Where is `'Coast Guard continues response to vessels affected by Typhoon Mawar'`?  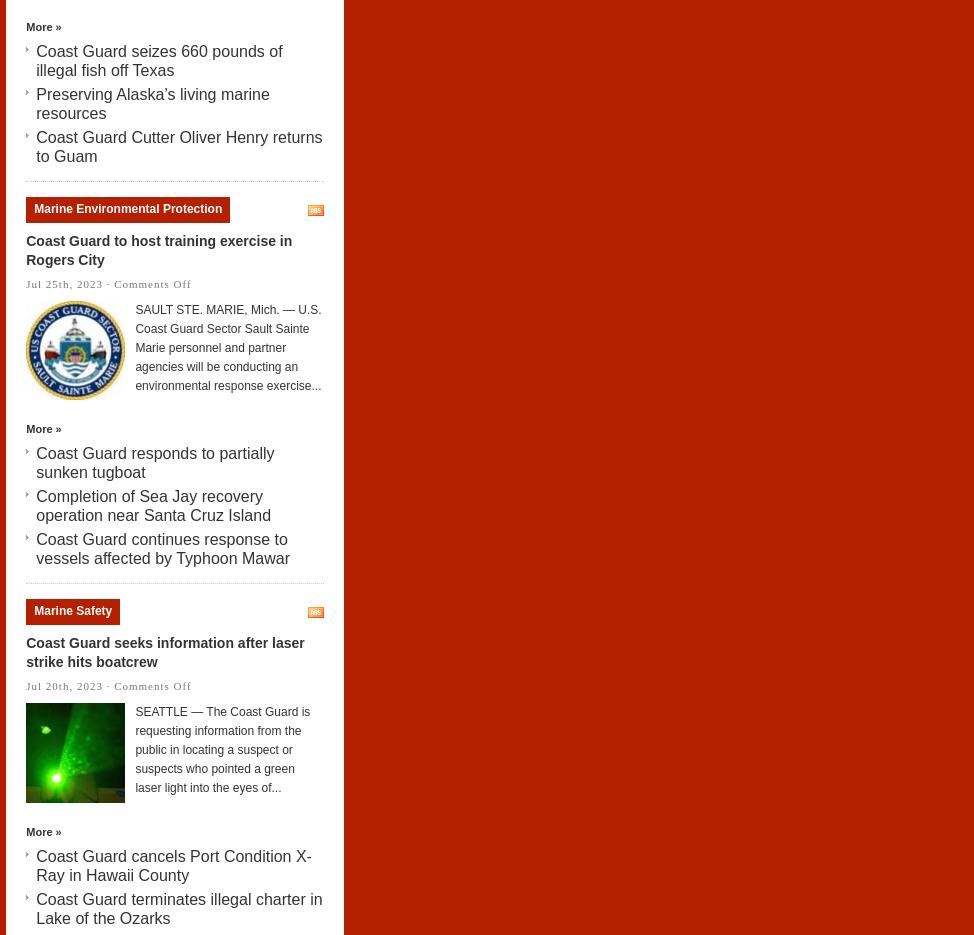 'Coast Guard continues response to vessels affected by Typhoon Mawar' is located at coordinates (36, 548).